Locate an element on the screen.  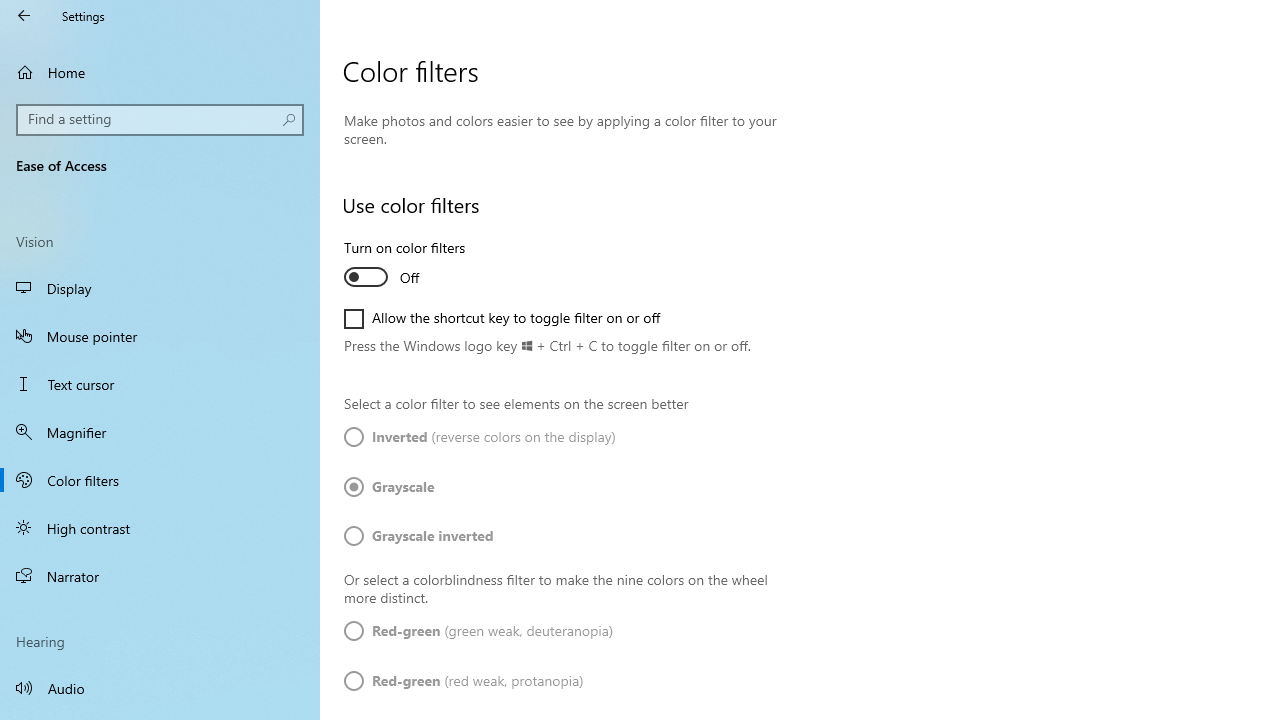
'Home' is located at coordinates (160, 71).